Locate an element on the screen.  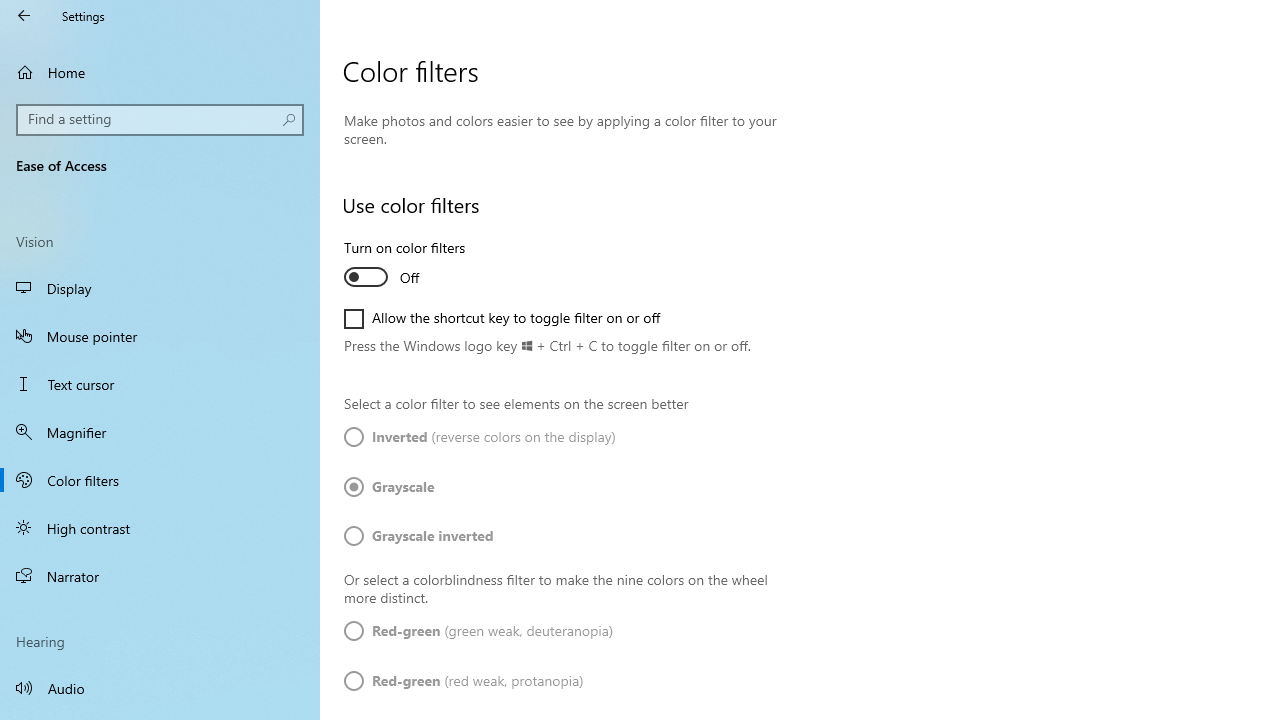
'Home' is located at coordinates (160, 71).